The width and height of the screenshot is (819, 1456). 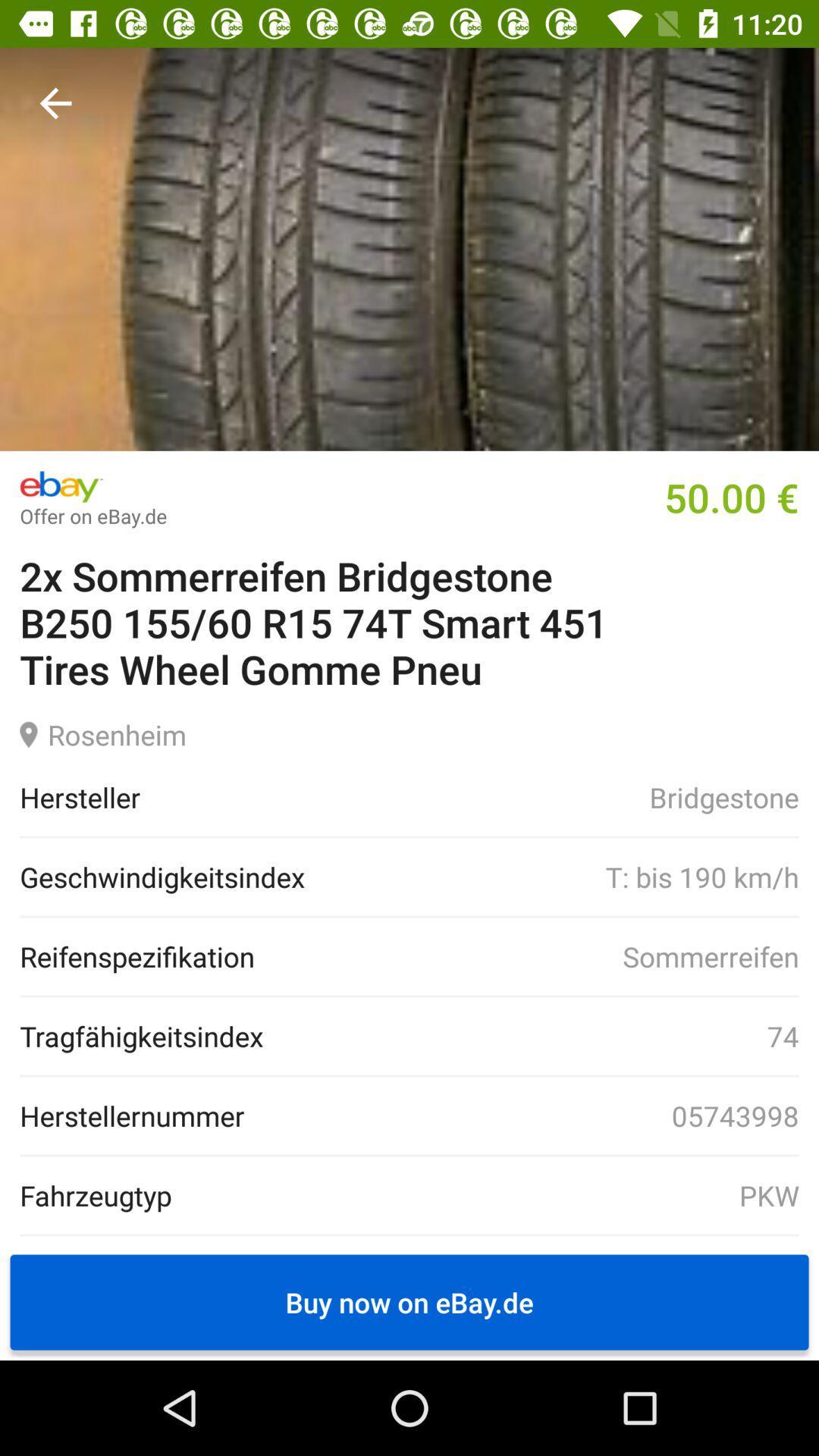 I want to click on 05743998 item, so click(x=521, y=1116).